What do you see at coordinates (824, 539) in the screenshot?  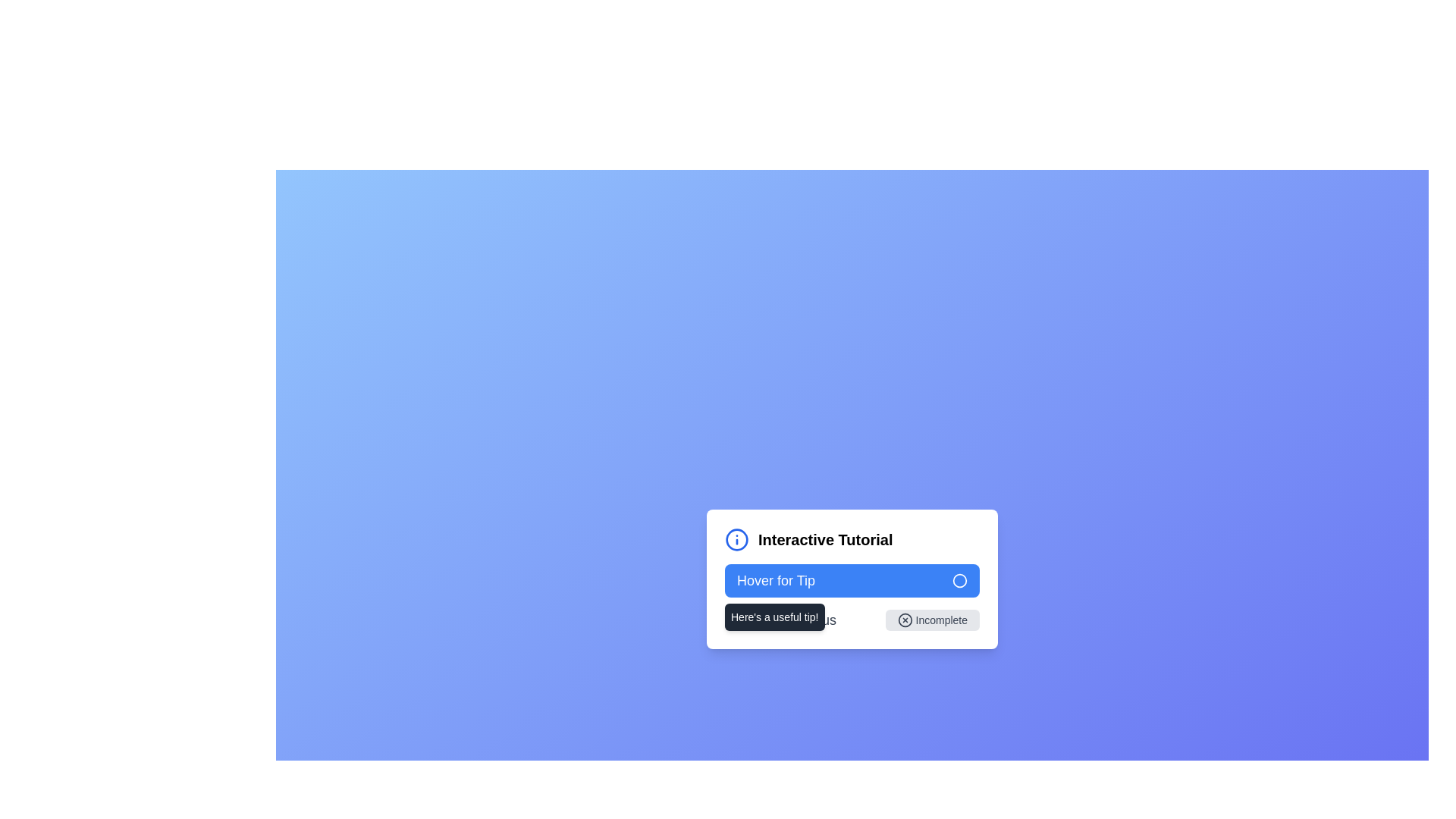 I see `the 'Interactive Tutorial' text label, which is prominently displayed in bold and larger font size, part of a compact interactive UI component` at bounding box center [824, 539].